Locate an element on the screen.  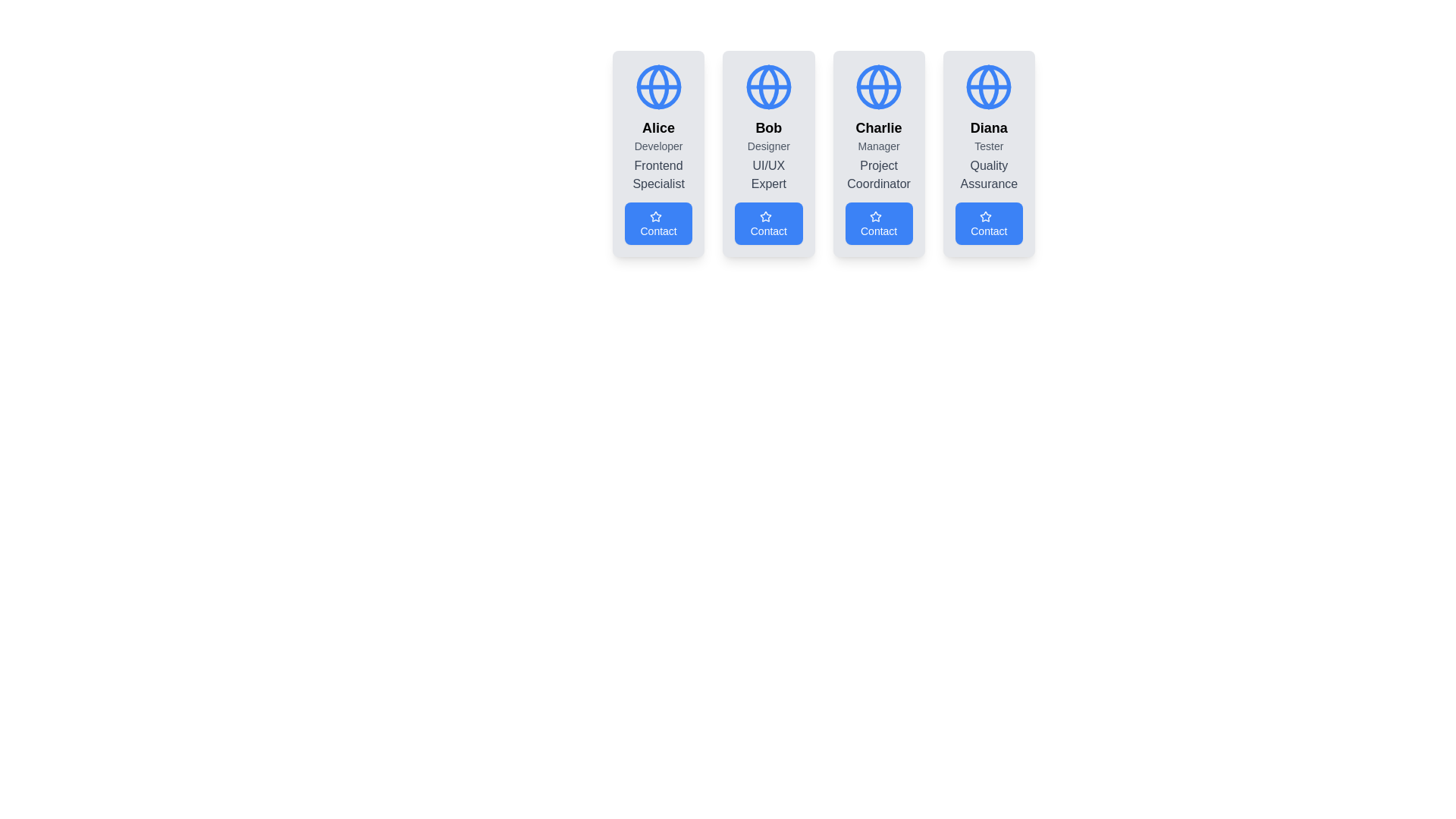
the rectangular button with a blue background and white star icon labeled 'Contact' is located at coordinates (768, 223).